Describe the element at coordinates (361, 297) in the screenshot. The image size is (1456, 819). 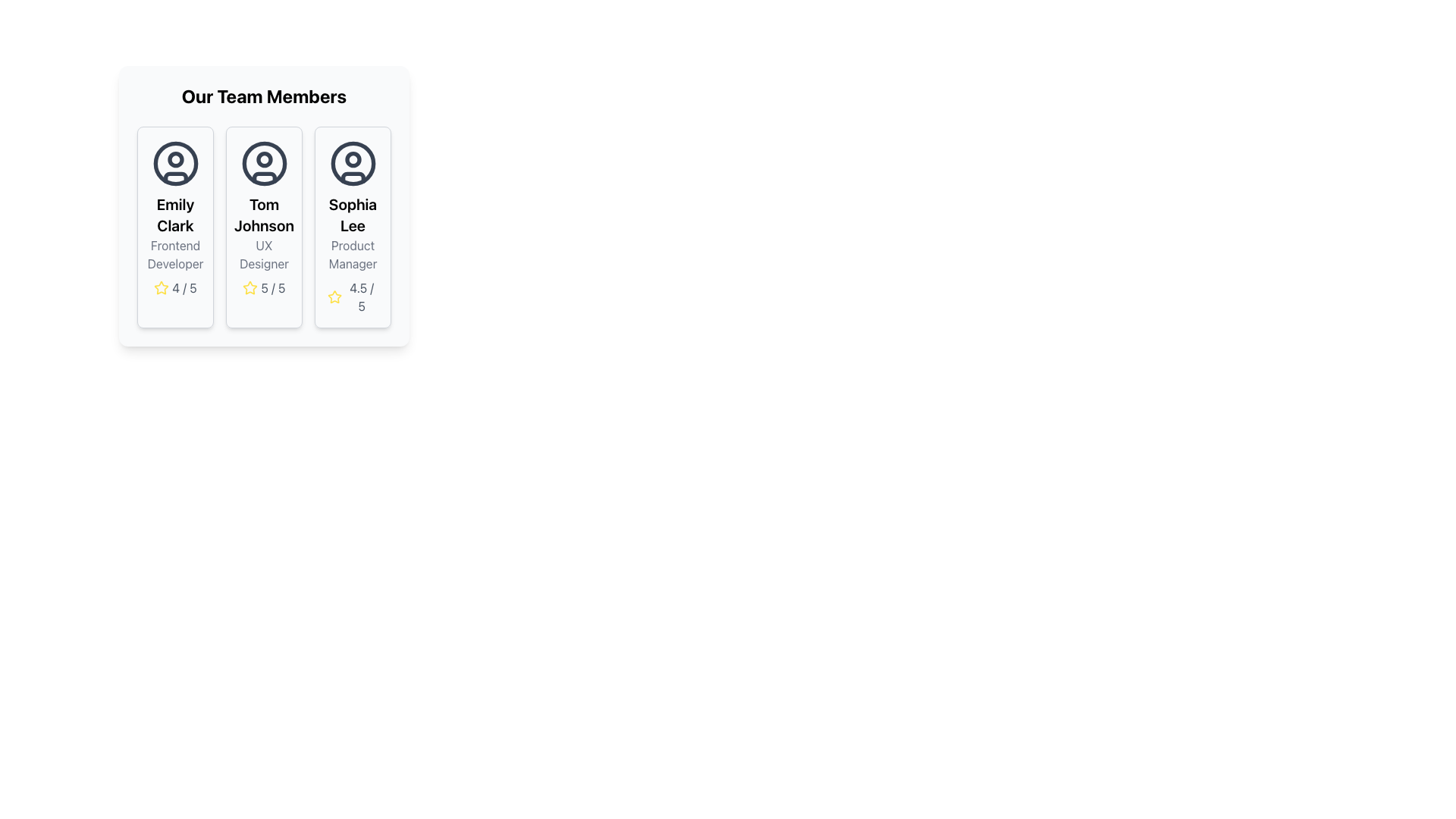
I see `the text label displaying the rating '4.5 / 5' that is positioned beneath the profile card of 'Sophia Lee' in the 'Our Team Members' section, located between a yellow star icon and her role description` at that location.